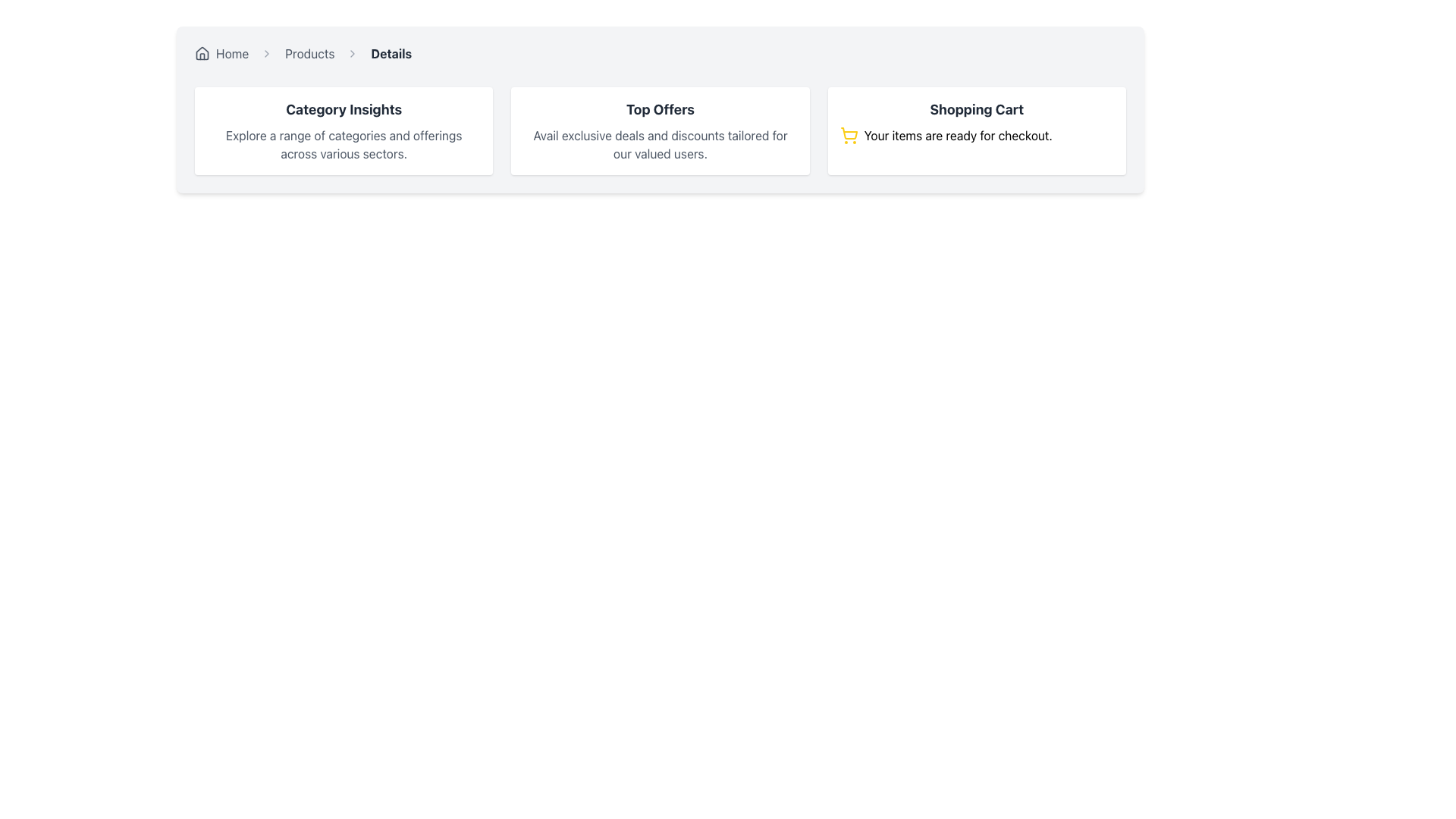 The height and width of the screenshot is (819, 1456). What do you see at coordinates (343, 130) in the screenshot?
I see `the information displayed on the informational card located in the first column of the three-column grid layout, positioned directly to the right of the breadcrumb navigation` at bounding box center [343, 130].